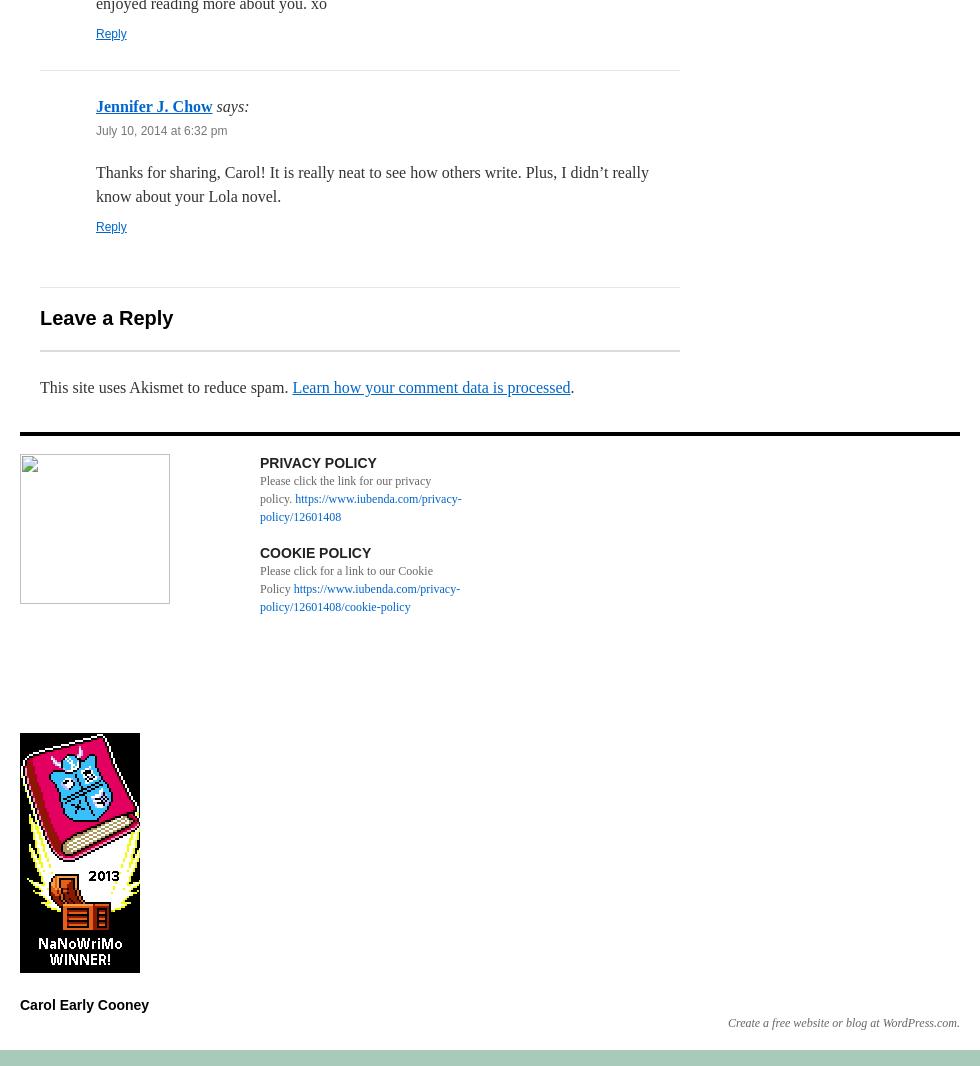  Describe the element at coordinates (106, 317) in the screenshot. I see `'Leave a Reply'` at that location.